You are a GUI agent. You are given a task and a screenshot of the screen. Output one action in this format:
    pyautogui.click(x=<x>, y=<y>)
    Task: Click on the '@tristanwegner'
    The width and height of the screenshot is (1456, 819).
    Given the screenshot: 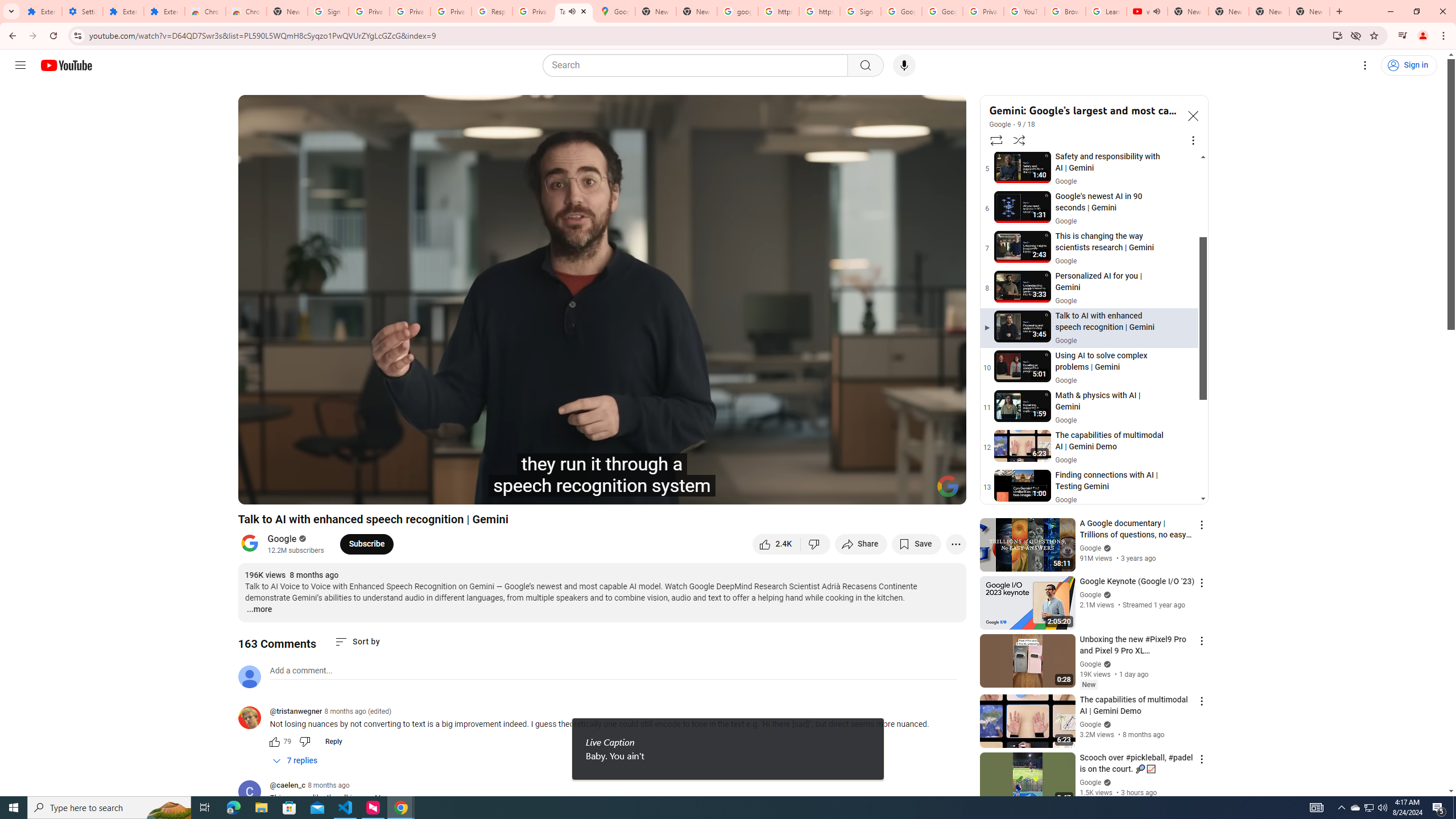 What is the action you would take?
    pyautogui.click(x=253, y=717)
    